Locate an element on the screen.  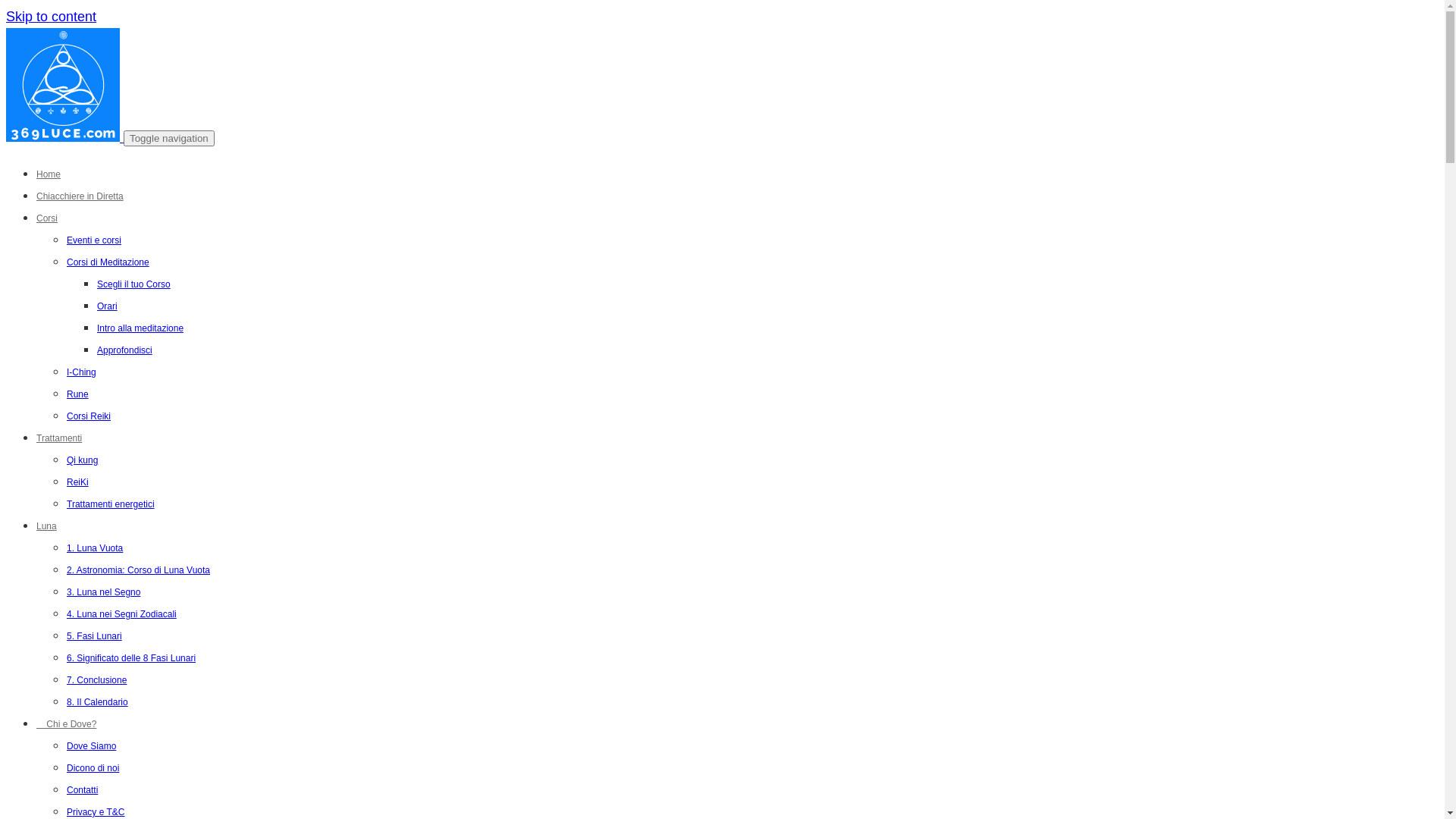
'Approfondisci' is located at coordinates (96, 350).